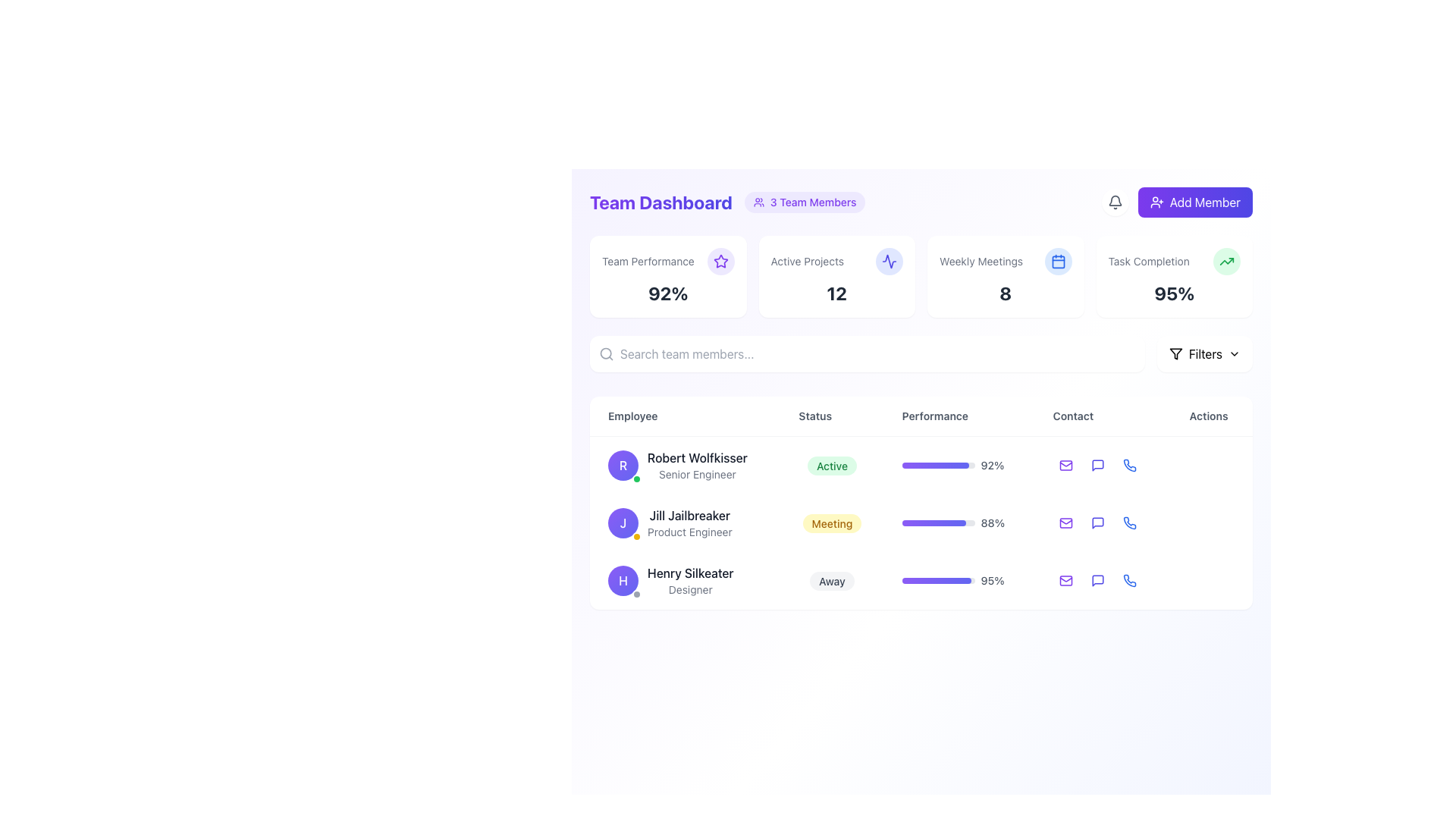 This screenshot has height=819, width=1456. I want to click on the bold and large-sized digit '8' displayed in dark gray against a white background, which is located in the center-bottom area of the 'Weekly Meetings' card, so click(1006, 293).